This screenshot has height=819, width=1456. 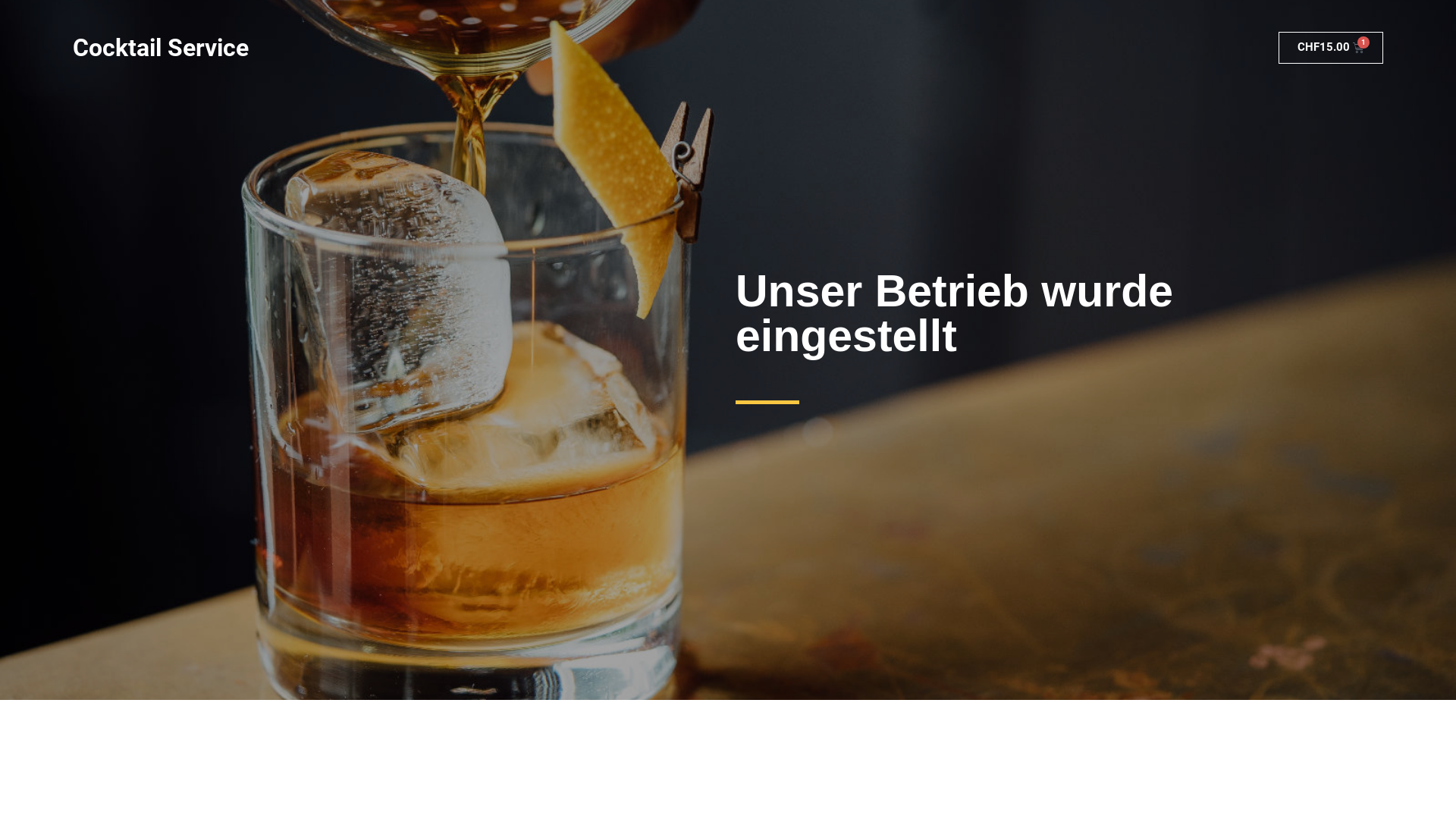 What do you see at coordinates (72, 46) in the screenshot?
I see `'Cocktail Service'` at bounding box center [72, 46].